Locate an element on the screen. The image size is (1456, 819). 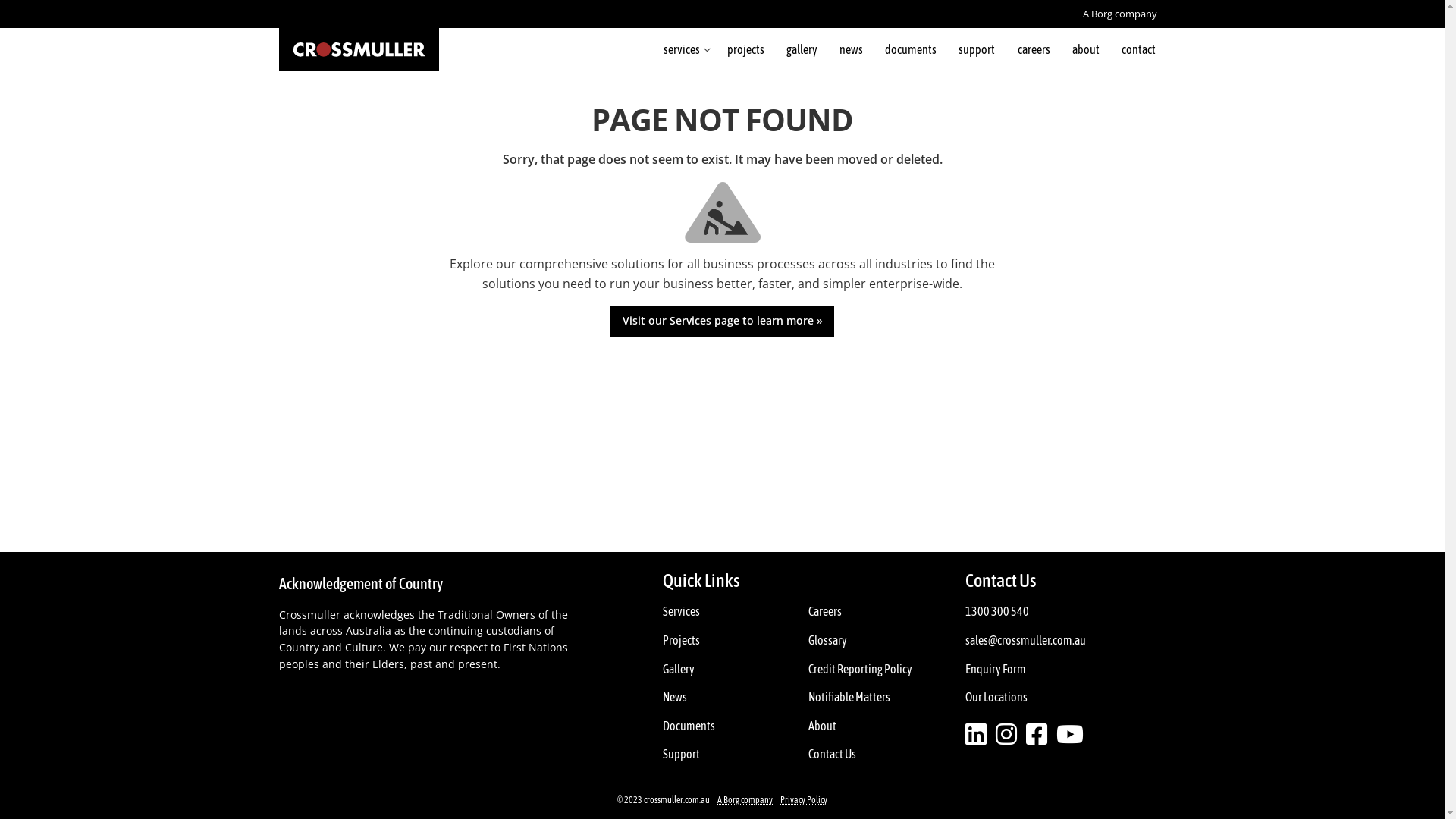
'Contact Us' is located at coordinates (831, 755).